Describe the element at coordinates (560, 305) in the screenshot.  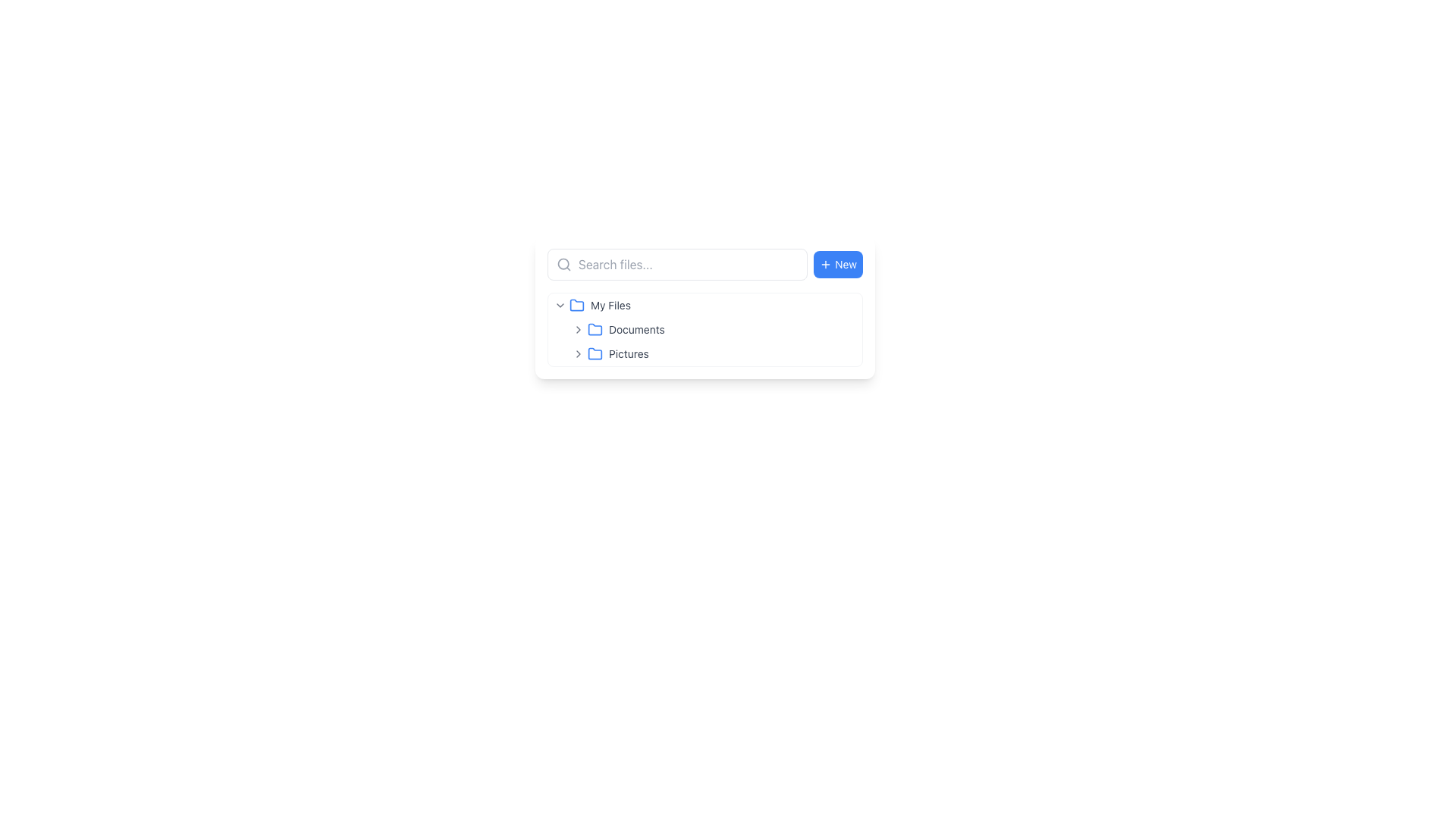
I see `the chevron icon` at that location.